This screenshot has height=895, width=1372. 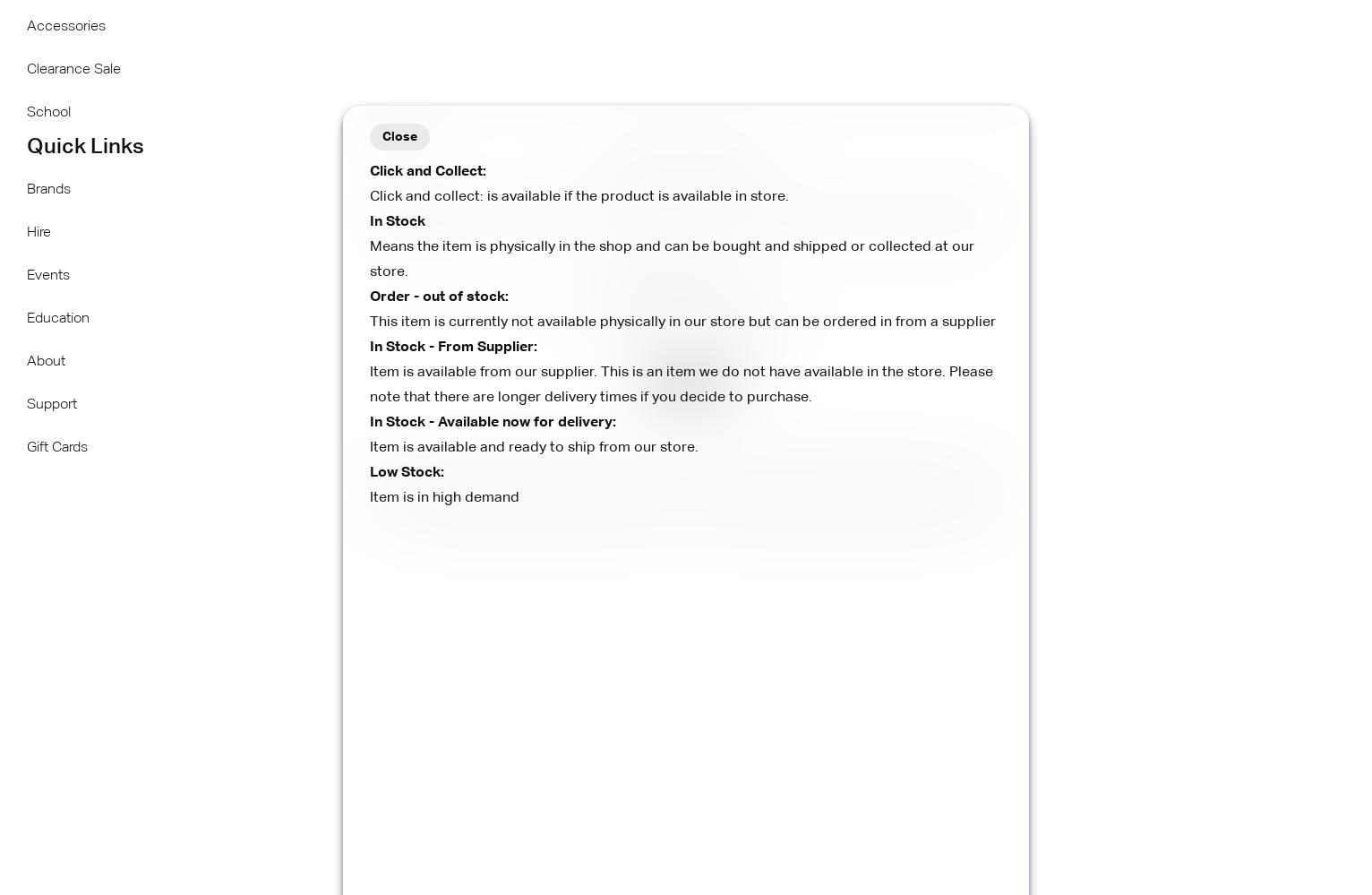 I want to click on 'Calculate Shipping', so click(x=686, y=169).